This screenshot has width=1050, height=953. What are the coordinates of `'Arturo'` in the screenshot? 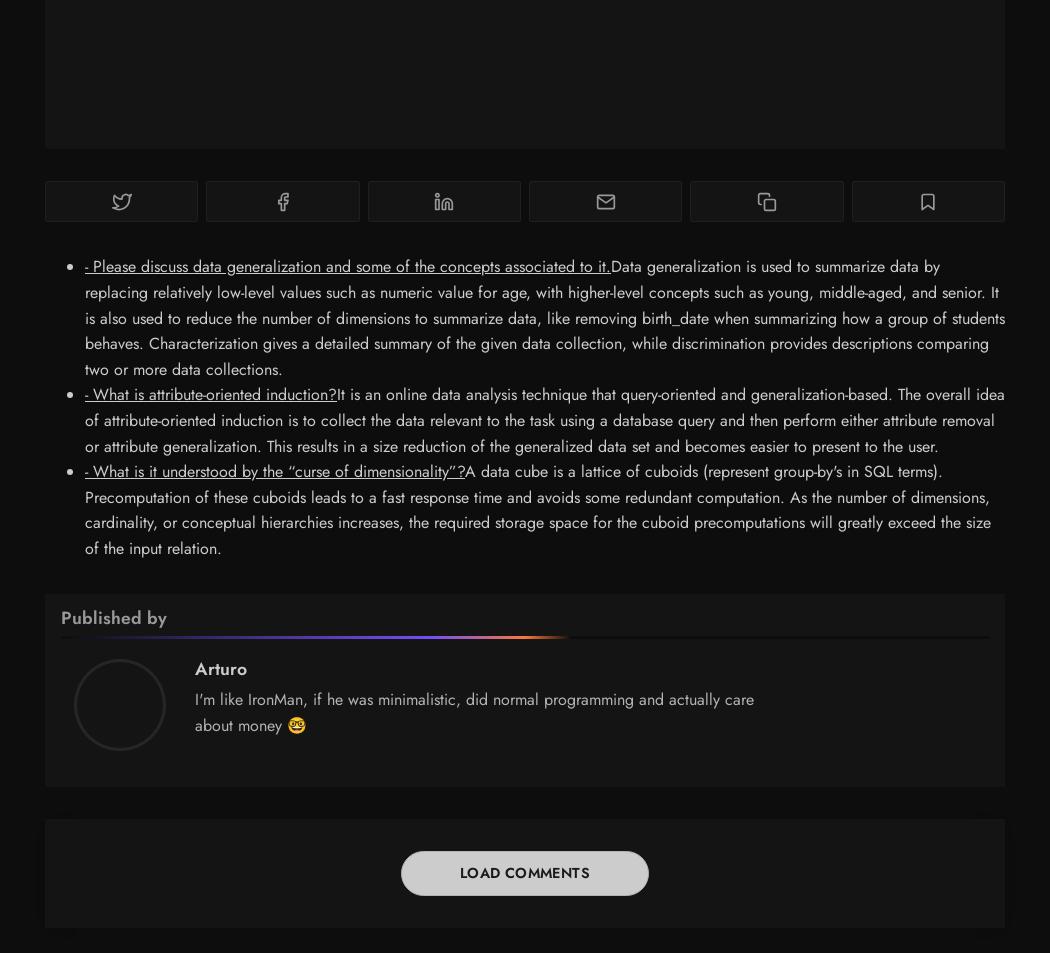 It's located at (220, 667).